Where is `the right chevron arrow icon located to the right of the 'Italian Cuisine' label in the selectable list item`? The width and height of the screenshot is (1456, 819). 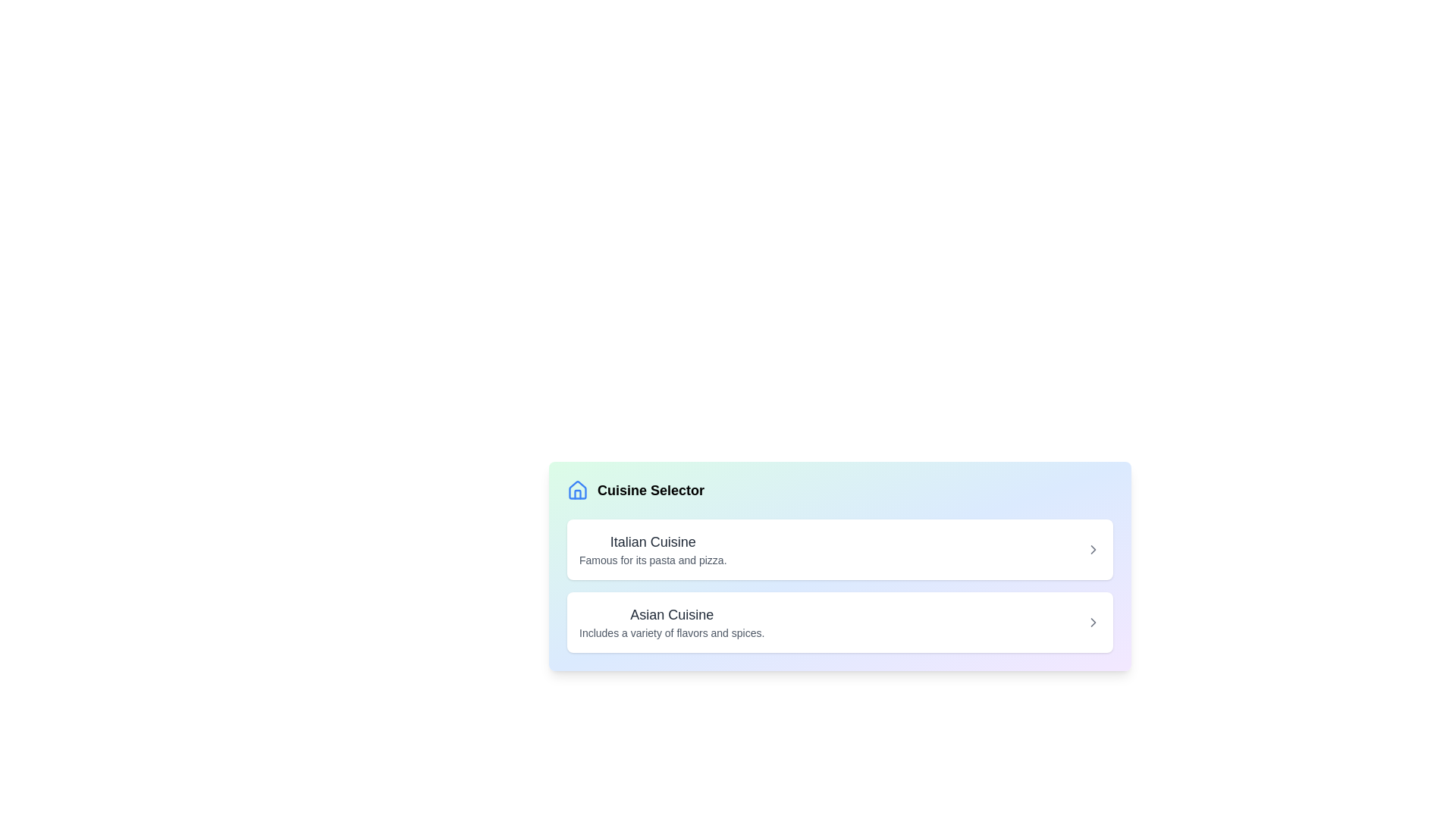 the right chevron arrow icon located to the right of the 'Italian Cuisine' label in the selectable list item is located at coordinates (1093, 550).